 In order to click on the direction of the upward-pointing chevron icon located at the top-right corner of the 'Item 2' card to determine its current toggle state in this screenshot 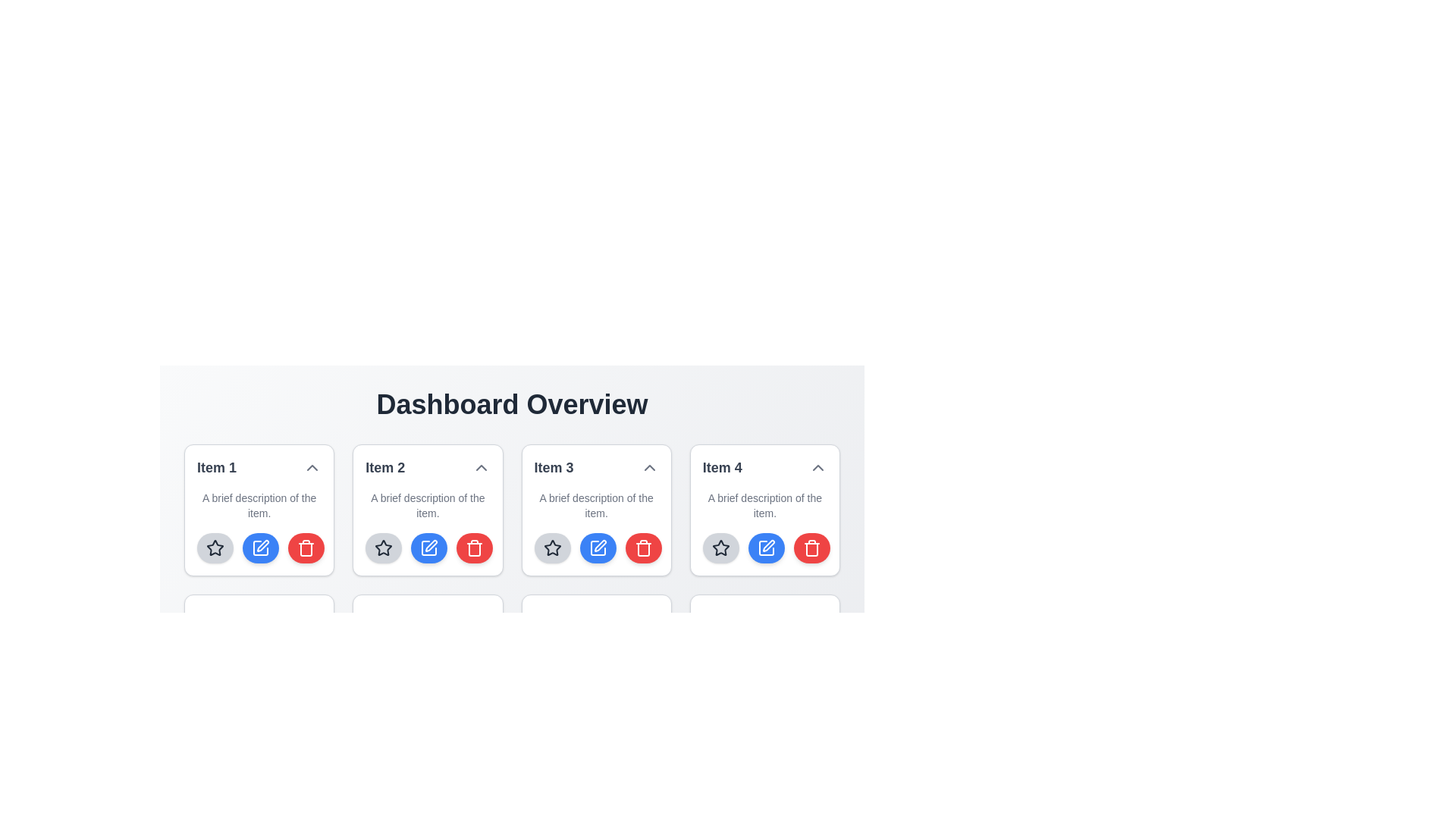, I will do `click(480, 467)`.